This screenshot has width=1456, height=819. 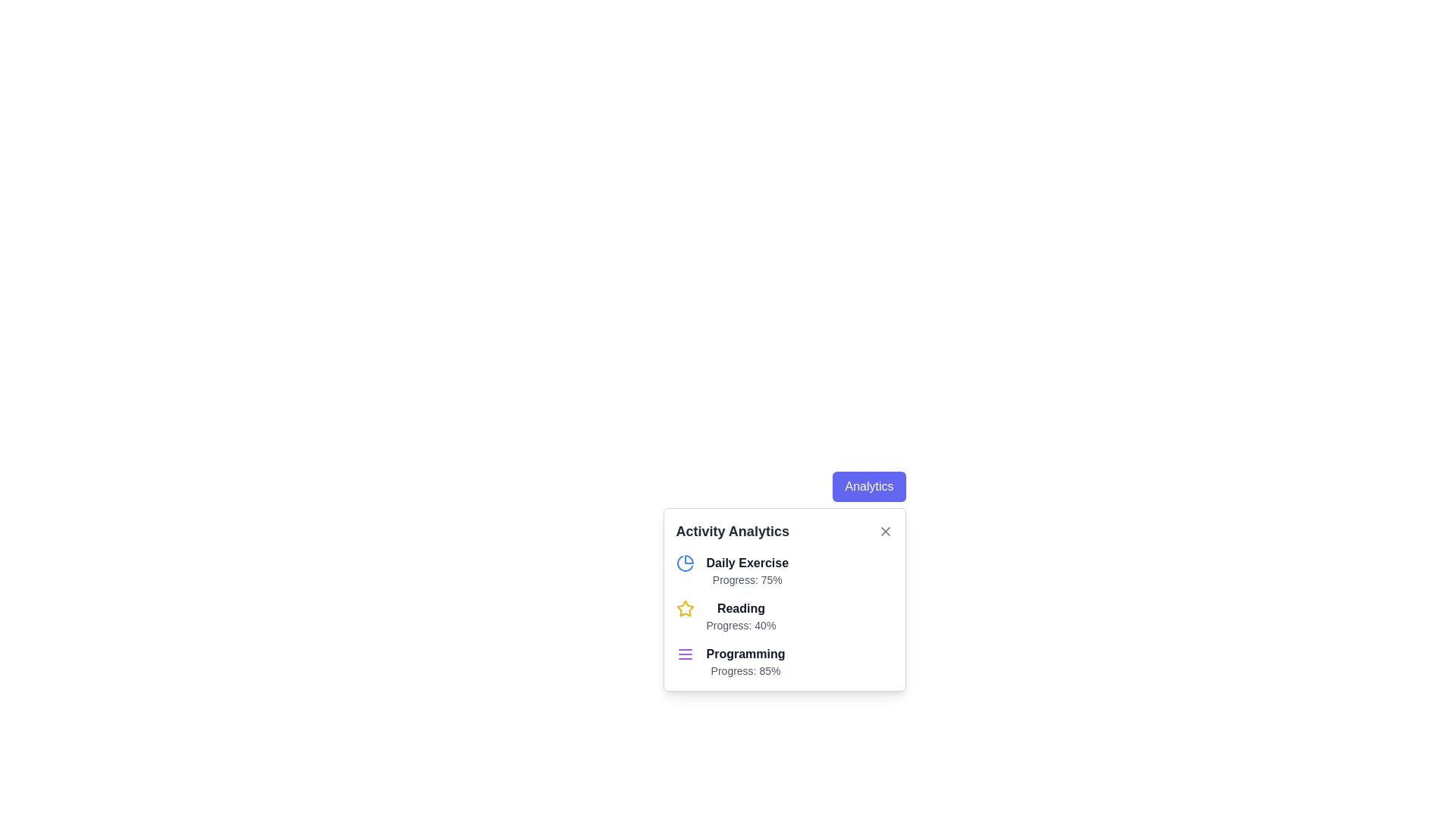 What do you see at coordinates (784, 598) in the screenshot?
I see `progress values of the composite UI element containing 'Daily Exercise,' 'Reading,' and 'Programming' progress entries, which is centrally located within a white background card styled with rounded corners` at bounding box center [784, 598].